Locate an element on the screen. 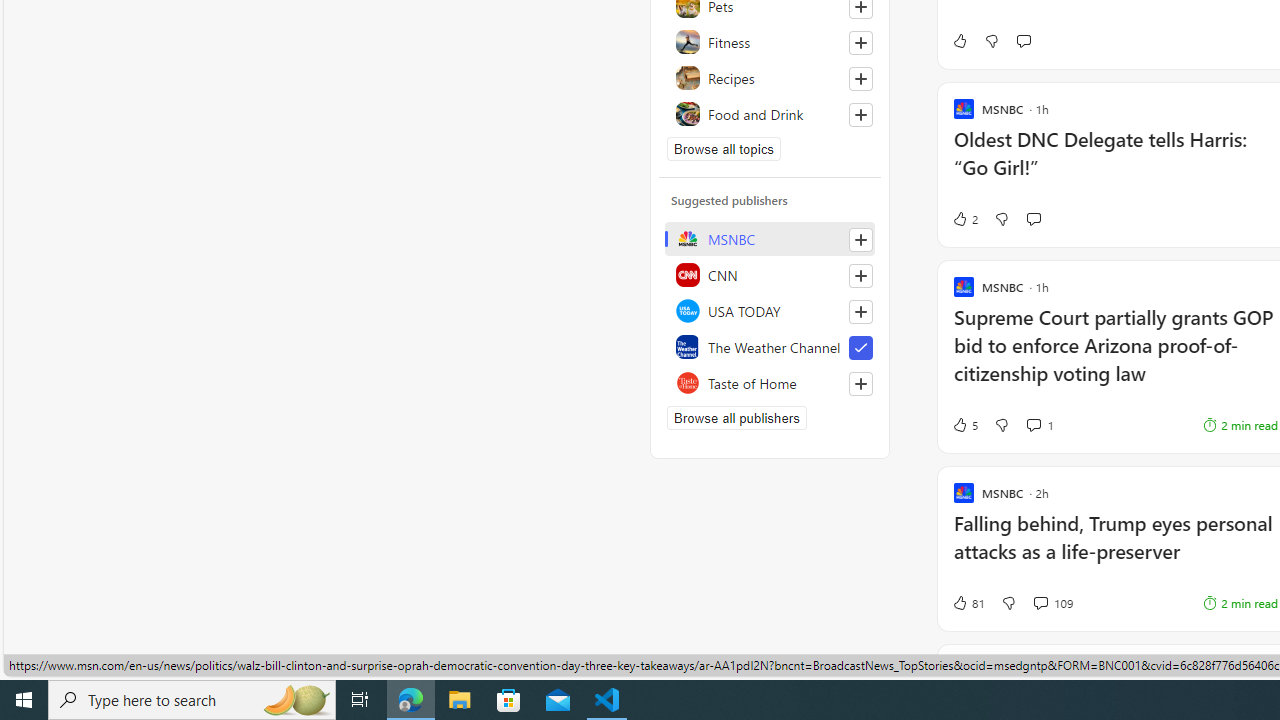 The width and height of the screenshot is (1280, 720). '2 Like' is located at coordinates (964, 219).